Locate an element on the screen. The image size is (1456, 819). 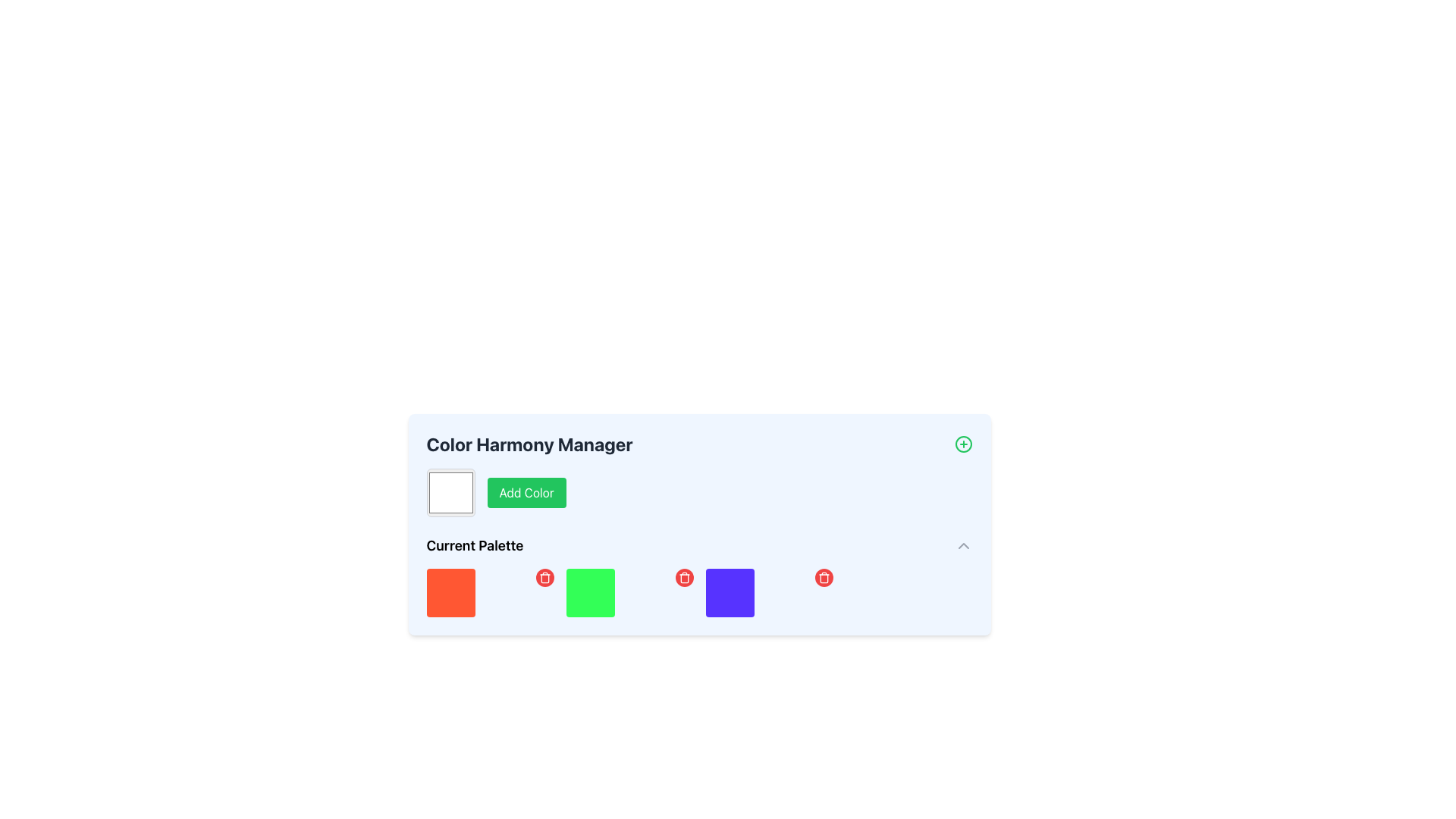
the SVG graphic representing a circle located in the upper-right corner of the interactive panel, indicating an additive or interactive functionality is located at coordinates (962, 444).